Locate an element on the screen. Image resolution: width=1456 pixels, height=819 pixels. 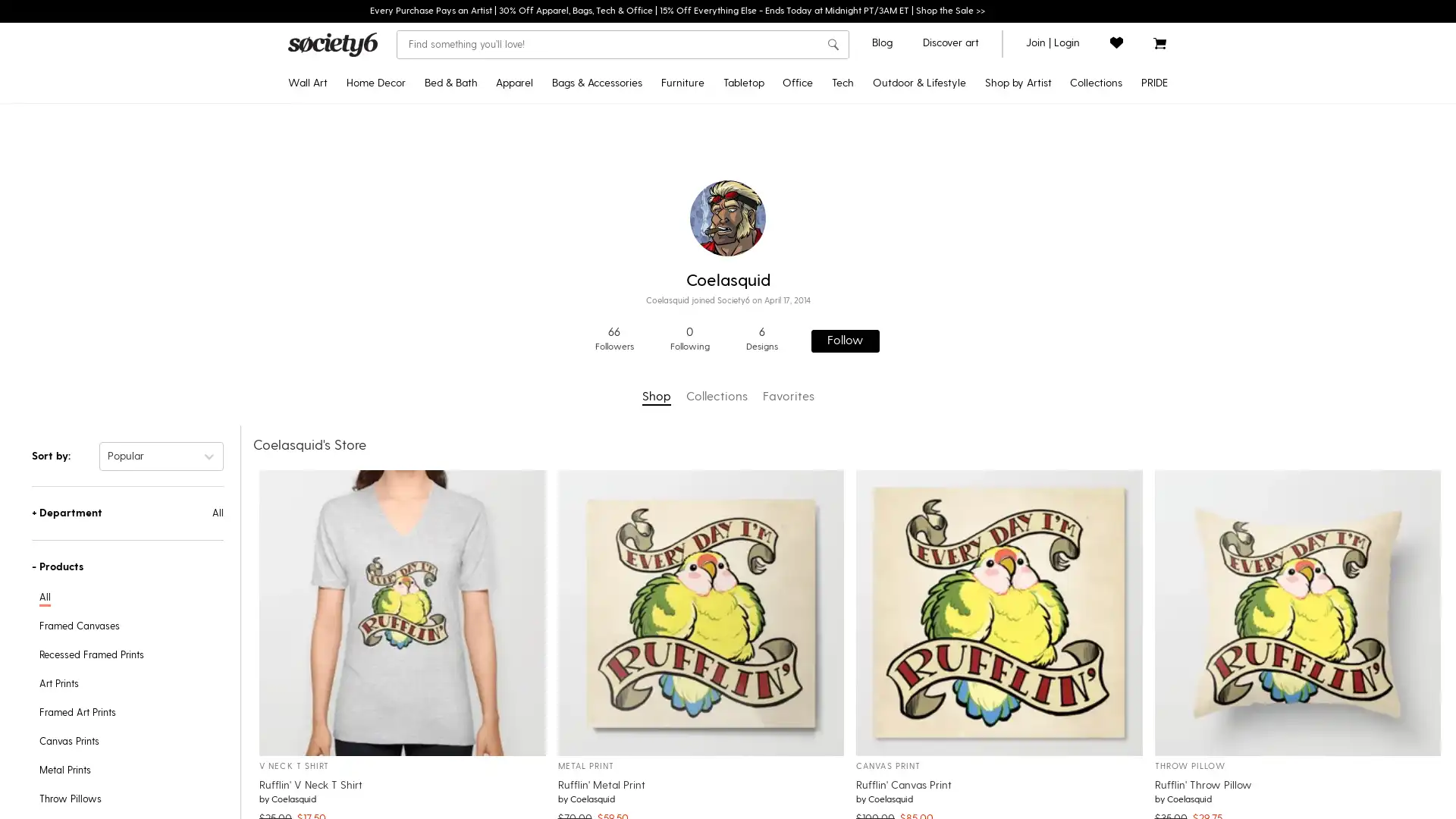
Home Decor is located at coordinates (375, 83).